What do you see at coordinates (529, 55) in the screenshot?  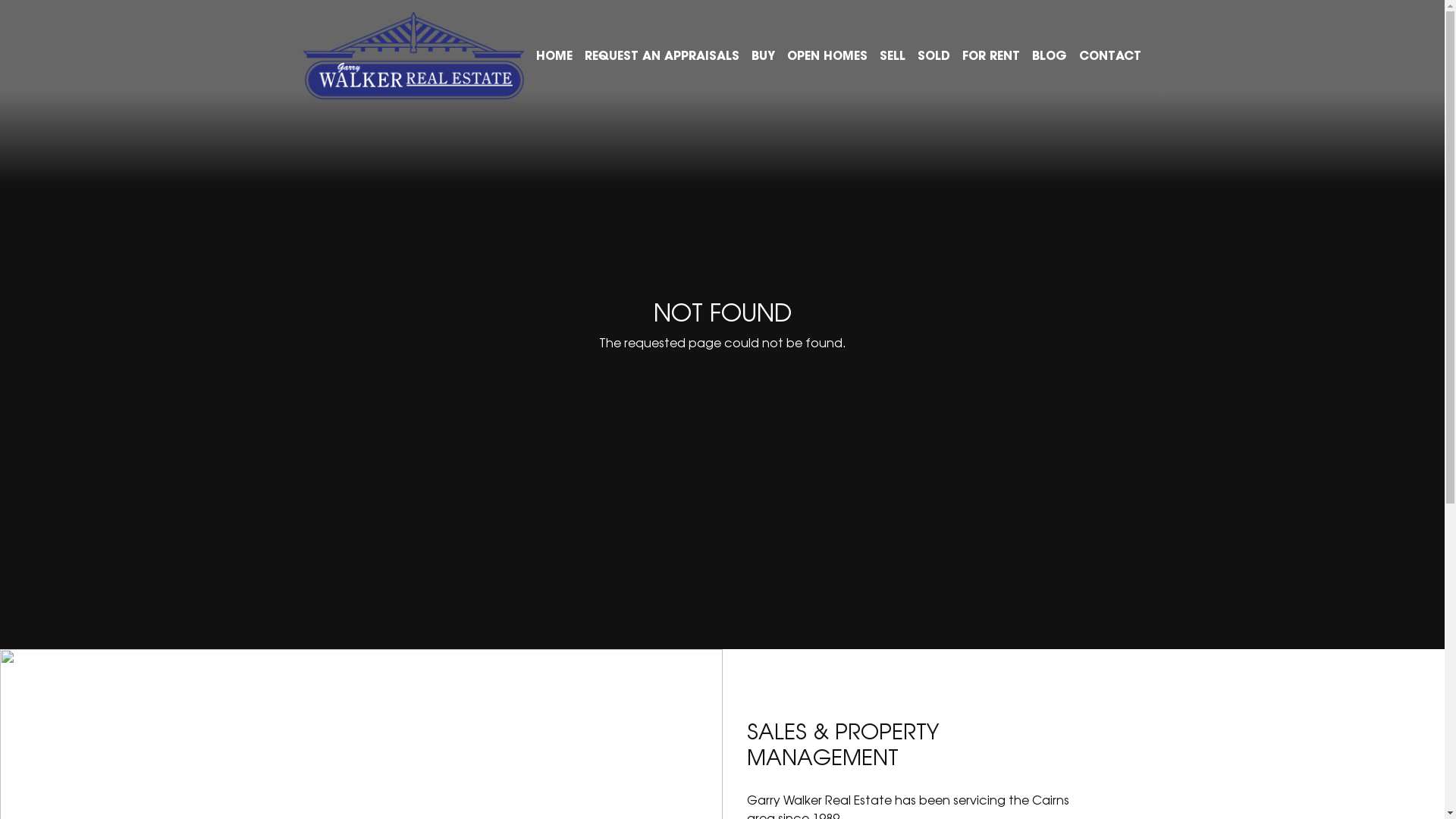 I see `'HOME'` at bounding box center [529, 55].